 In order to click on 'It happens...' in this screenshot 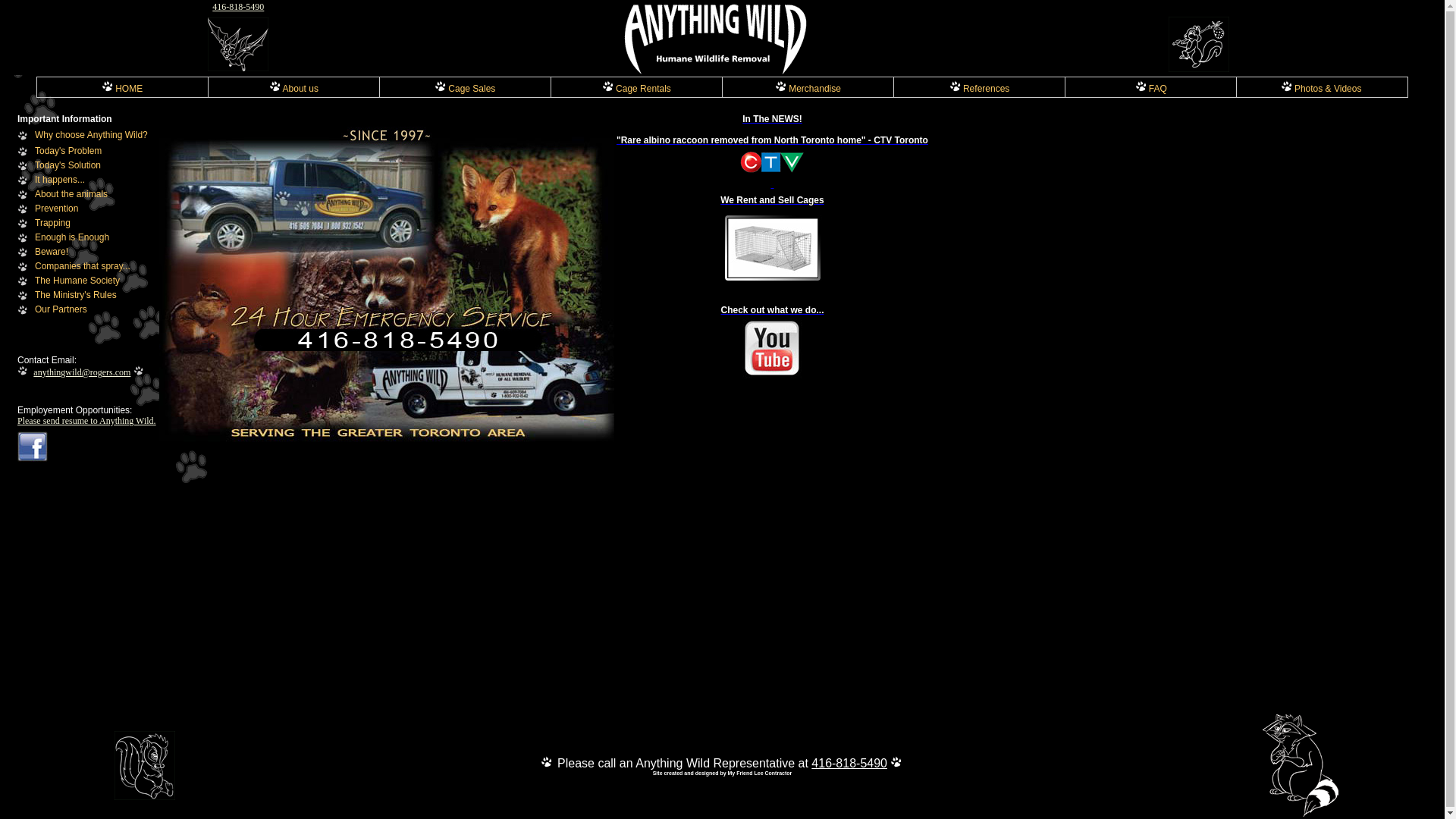, I will do `click(59, 178)`.